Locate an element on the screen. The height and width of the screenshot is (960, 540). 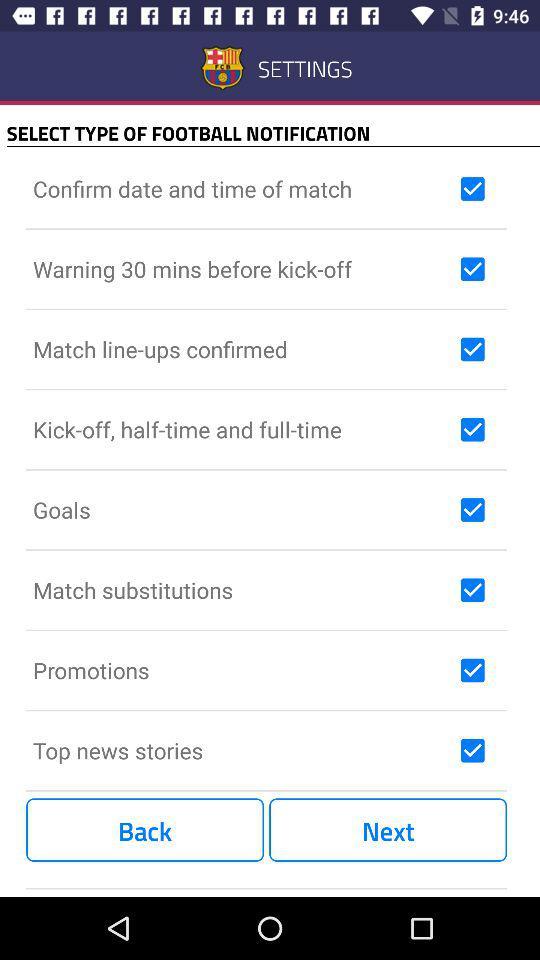
item to the right of the back icon is located at coordinates (388, 830).